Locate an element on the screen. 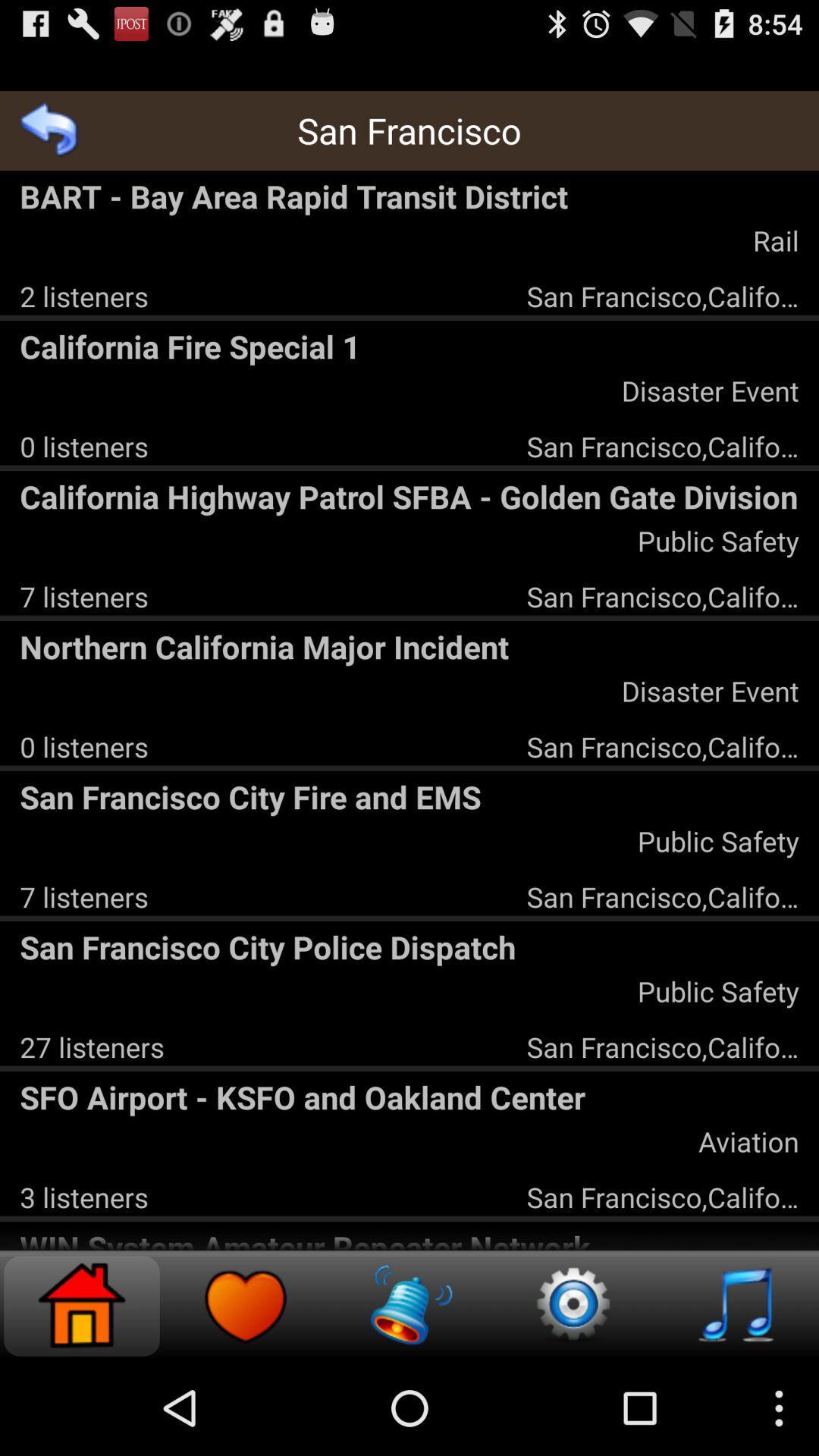 This screenshot has width=819, height=1456. 27 listeners icon is located at coordinates (92, 1046).